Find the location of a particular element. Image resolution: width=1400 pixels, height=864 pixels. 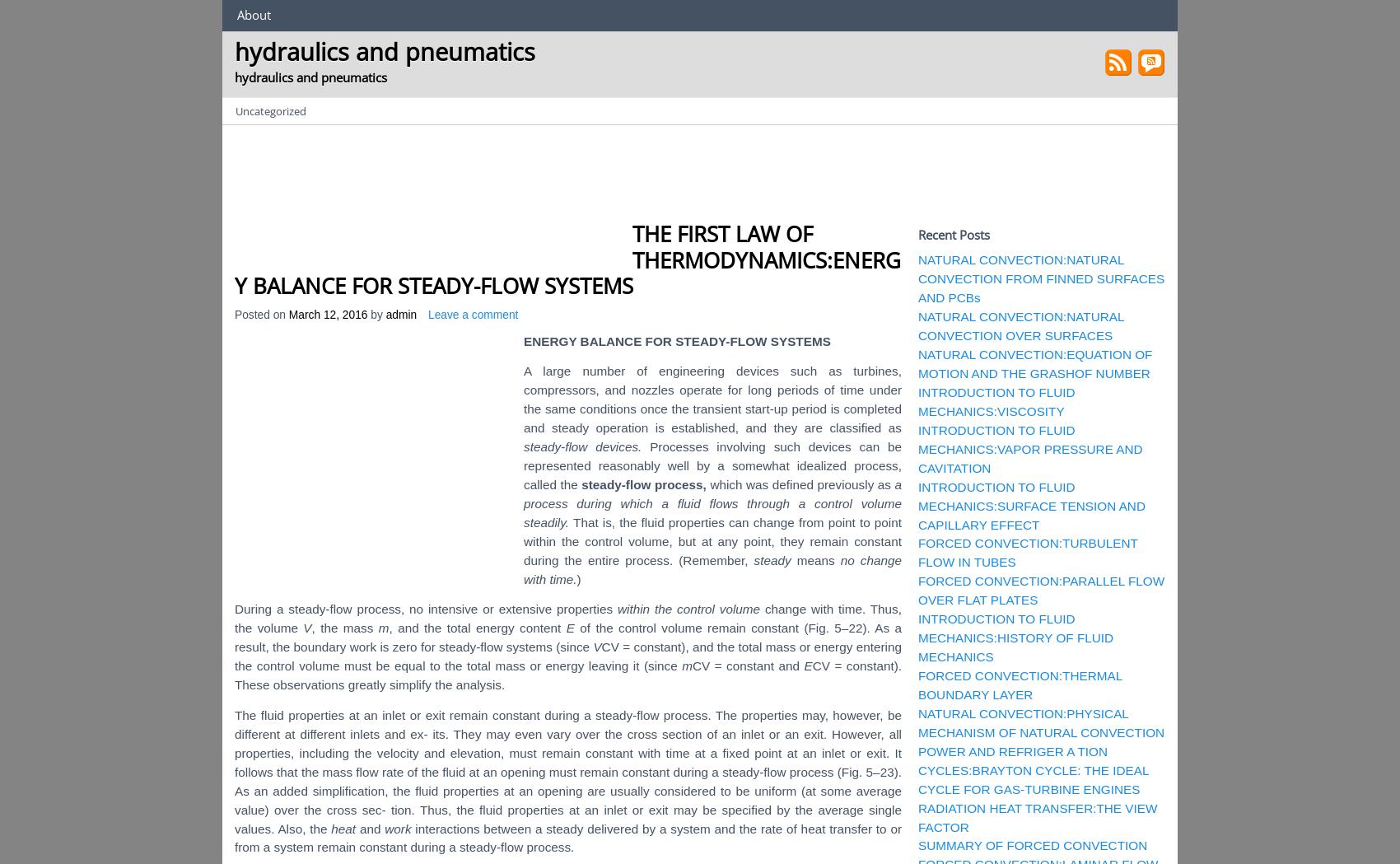

'The fluid properties at an inlet or exit remain constant during a steady-flow process. The properties may, however, be different at different inlets and ex- its. They may even vary over the cross section of an inlet or an exit. However, all properties, including the velocity and elevation, must remain constant with time at a fixed point at an inlet or exit. It follows that the mass flow rate of the fluid at an opening must remain constant during a steady-flow process (Fig. 5–23). As an added simplification, the fluid properties at an opening are usually considered to be uniform (at some average value) over the cross sec- tion. Thus, the fluid properties at an inlet or exit may be specified by the average single values. Also, the' is located at coordinates (568, 771).